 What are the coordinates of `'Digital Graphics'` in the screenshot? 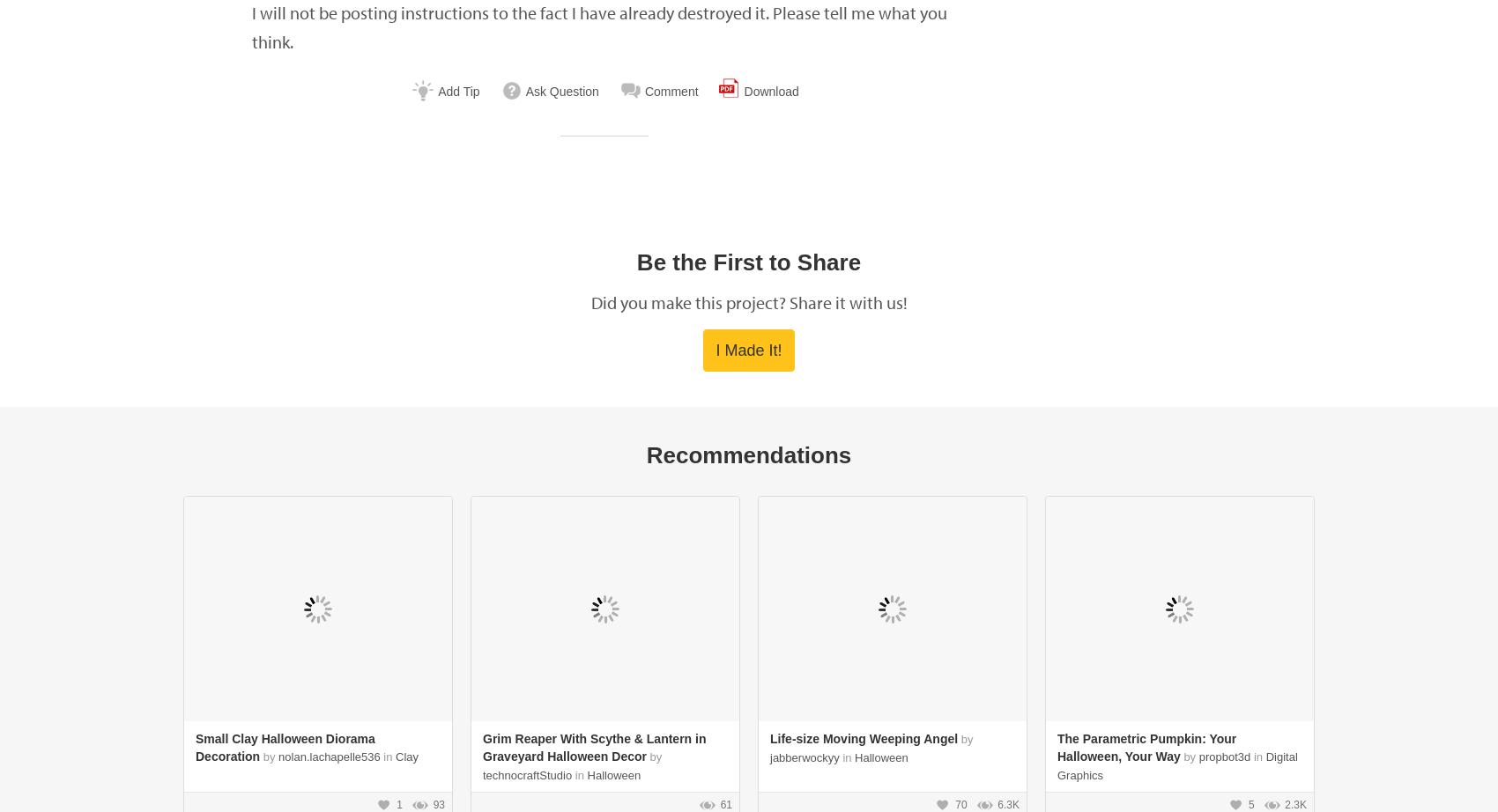 It's located at (1057, 764).